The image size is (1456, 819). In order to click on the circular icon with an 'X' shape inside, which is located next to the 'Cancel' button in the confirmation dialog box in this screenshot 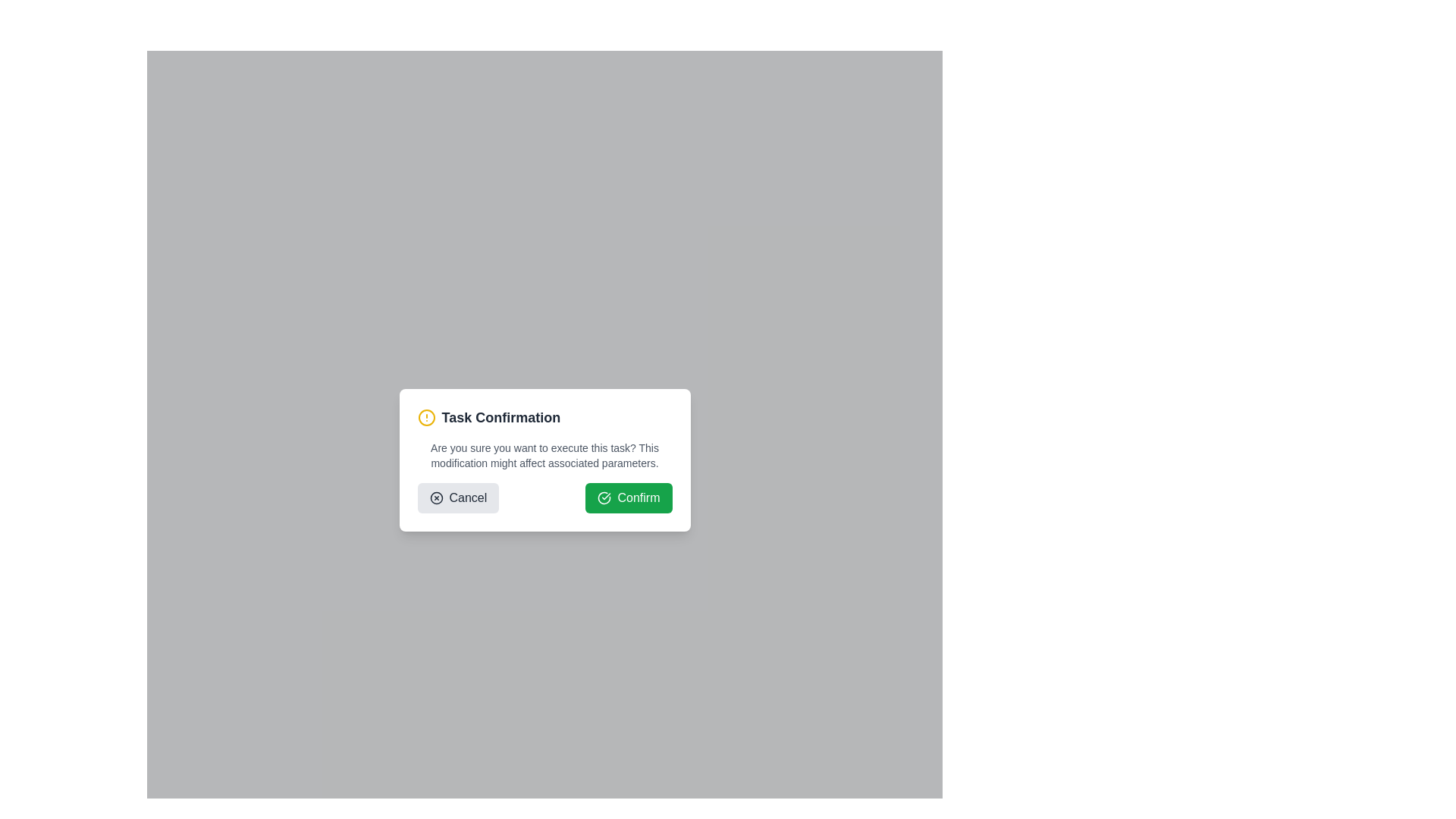, I will do `click(435, 497)`.